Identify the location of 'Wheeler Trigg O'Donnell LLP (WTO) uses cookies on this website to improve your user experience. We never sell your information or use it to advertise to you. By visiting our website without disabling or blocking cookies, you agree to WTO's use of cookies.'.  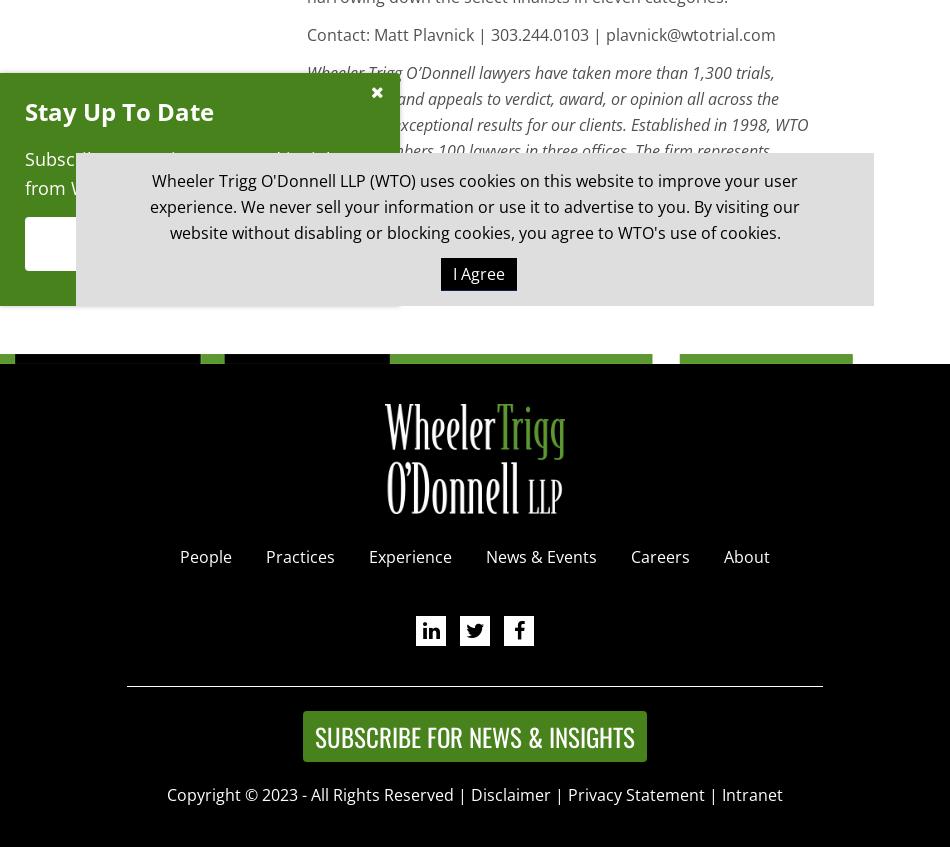
(475, 205).